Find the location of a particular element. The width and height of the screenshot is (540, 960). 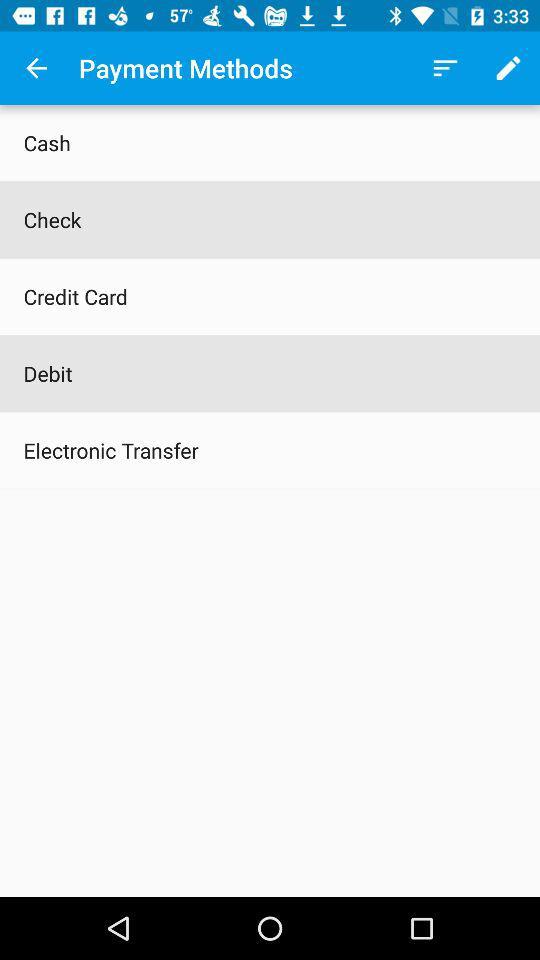

the icon to the left of payment methods is located at coordinates (36, 68).